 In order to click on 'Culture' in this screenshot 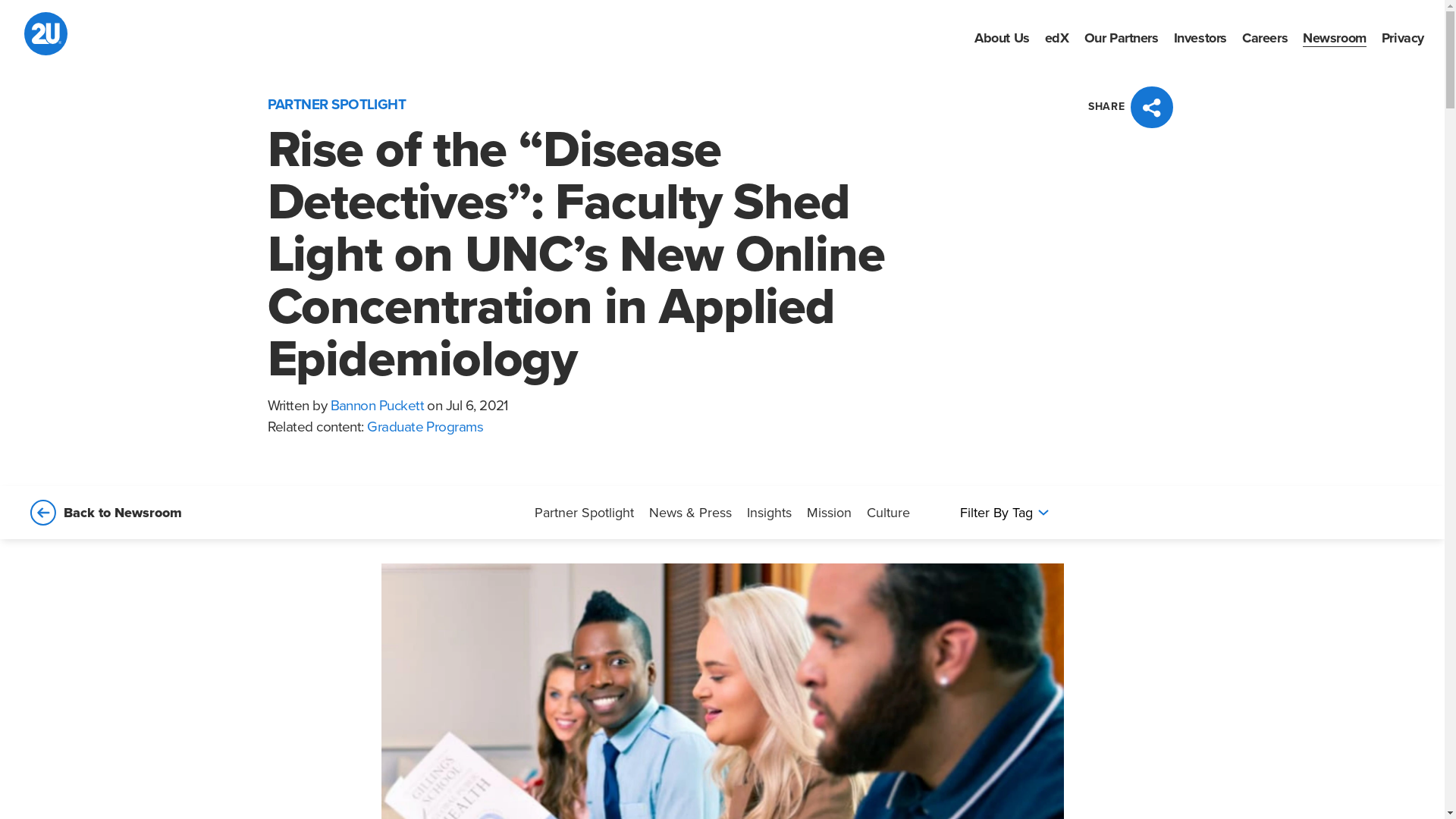, I will do `click(888, 512)`.